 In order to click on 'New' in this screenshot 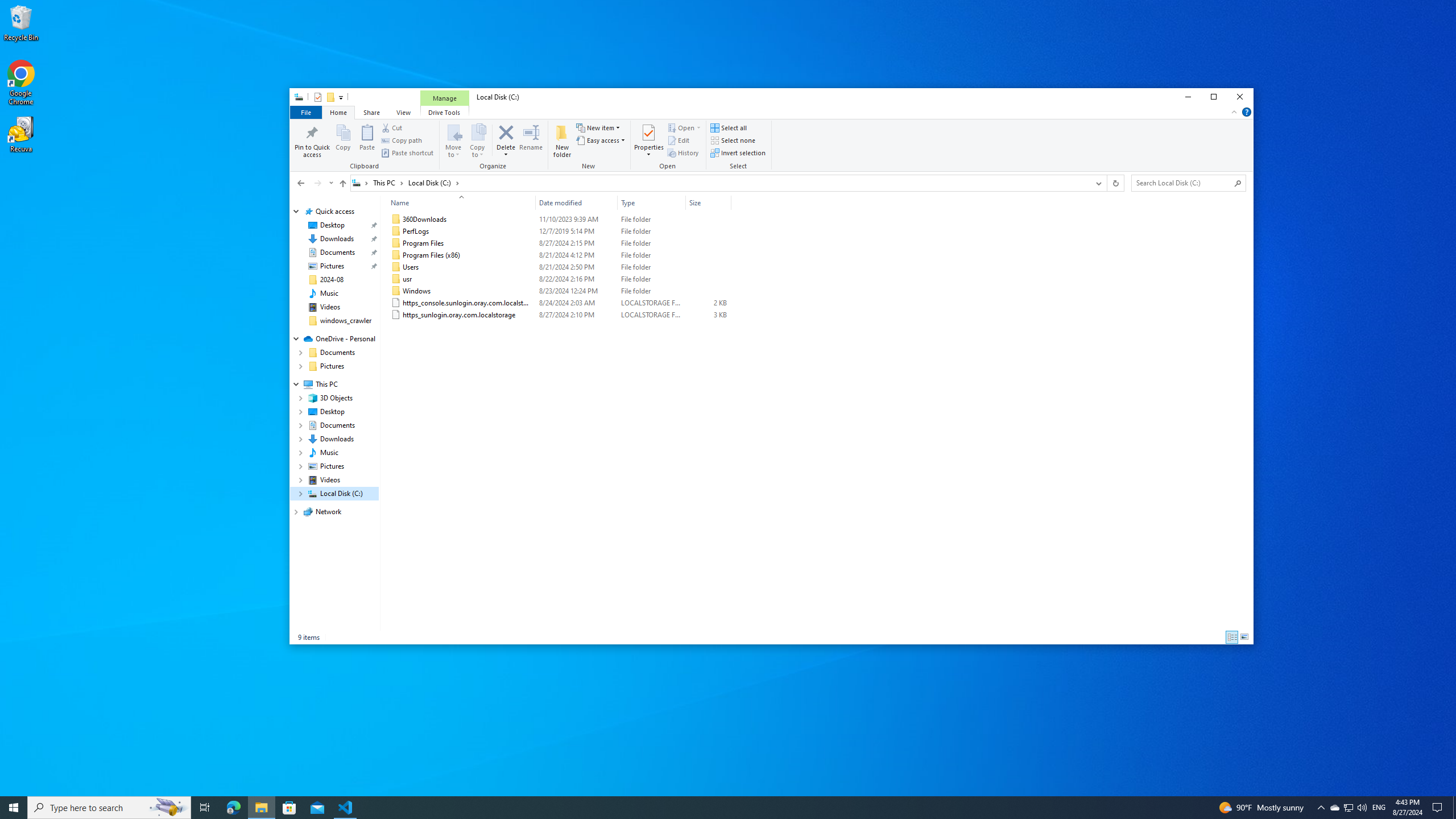, I will do `click(589, 146)`.